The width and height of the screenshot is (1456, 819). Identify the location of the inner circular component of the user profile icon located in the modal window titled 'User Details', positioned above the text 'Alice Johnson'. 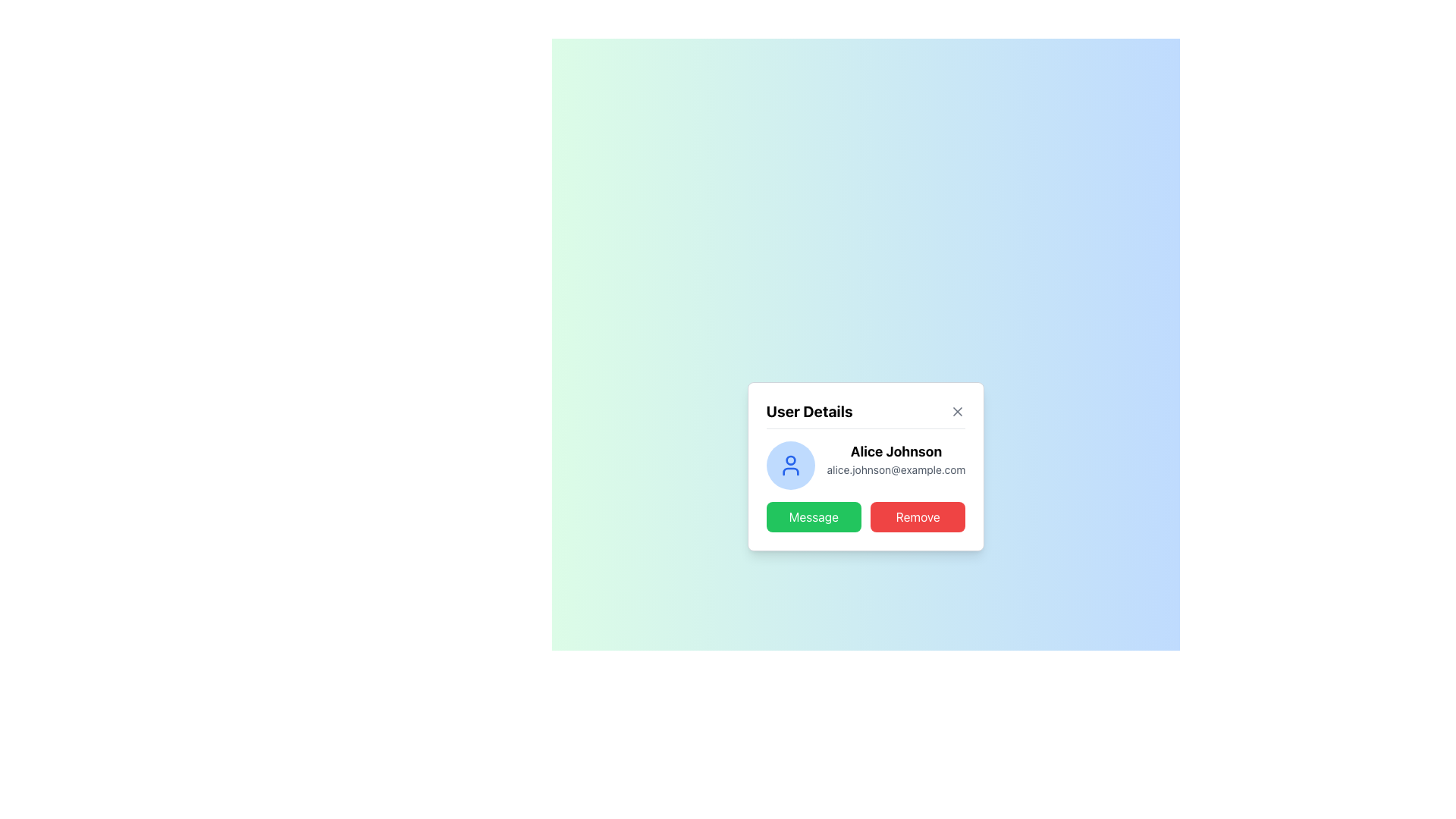
(789, 459).